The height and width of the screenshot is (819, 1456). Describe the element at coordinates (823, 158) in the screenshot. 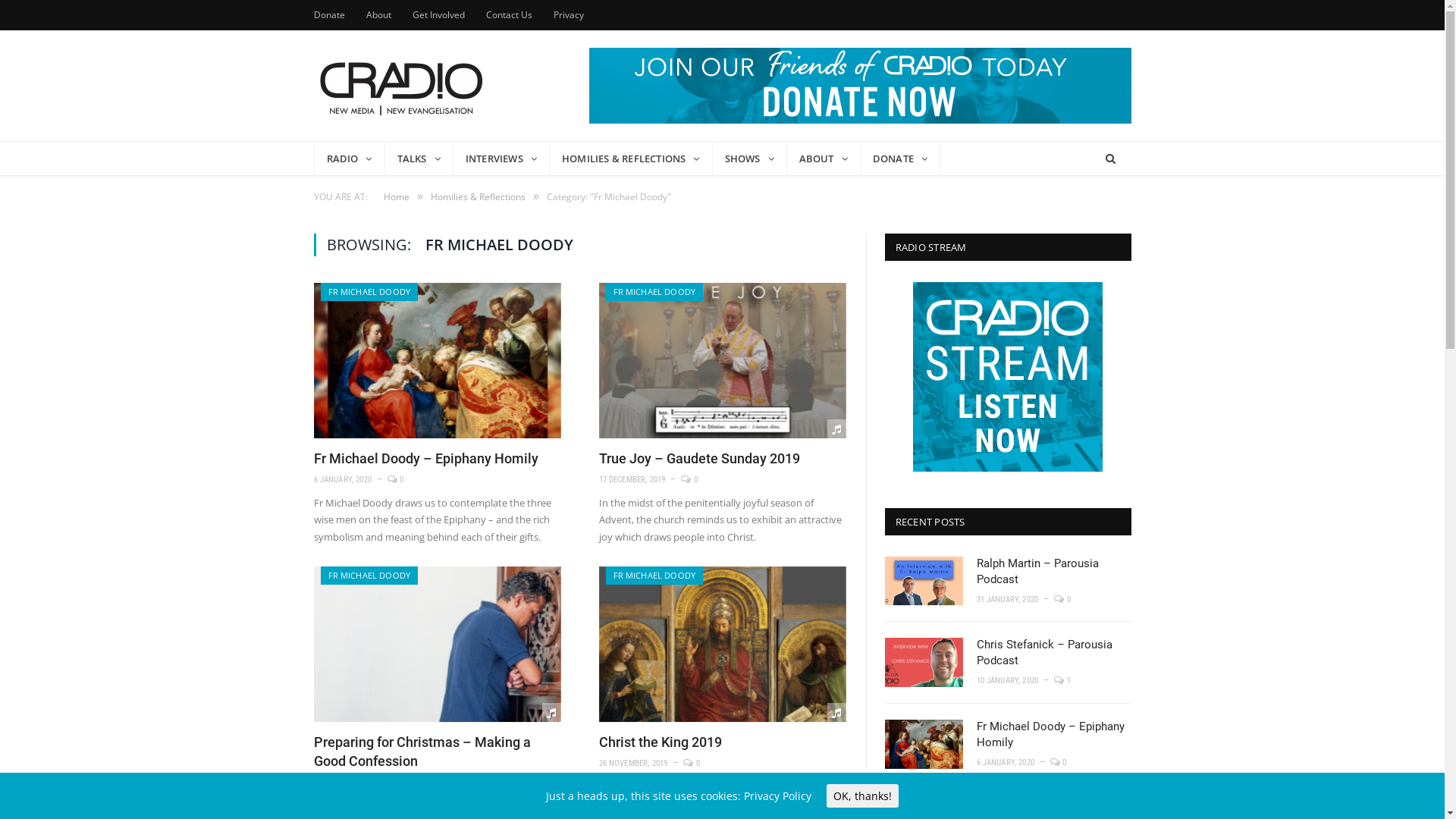

I see `'ABOUT'` at that location.